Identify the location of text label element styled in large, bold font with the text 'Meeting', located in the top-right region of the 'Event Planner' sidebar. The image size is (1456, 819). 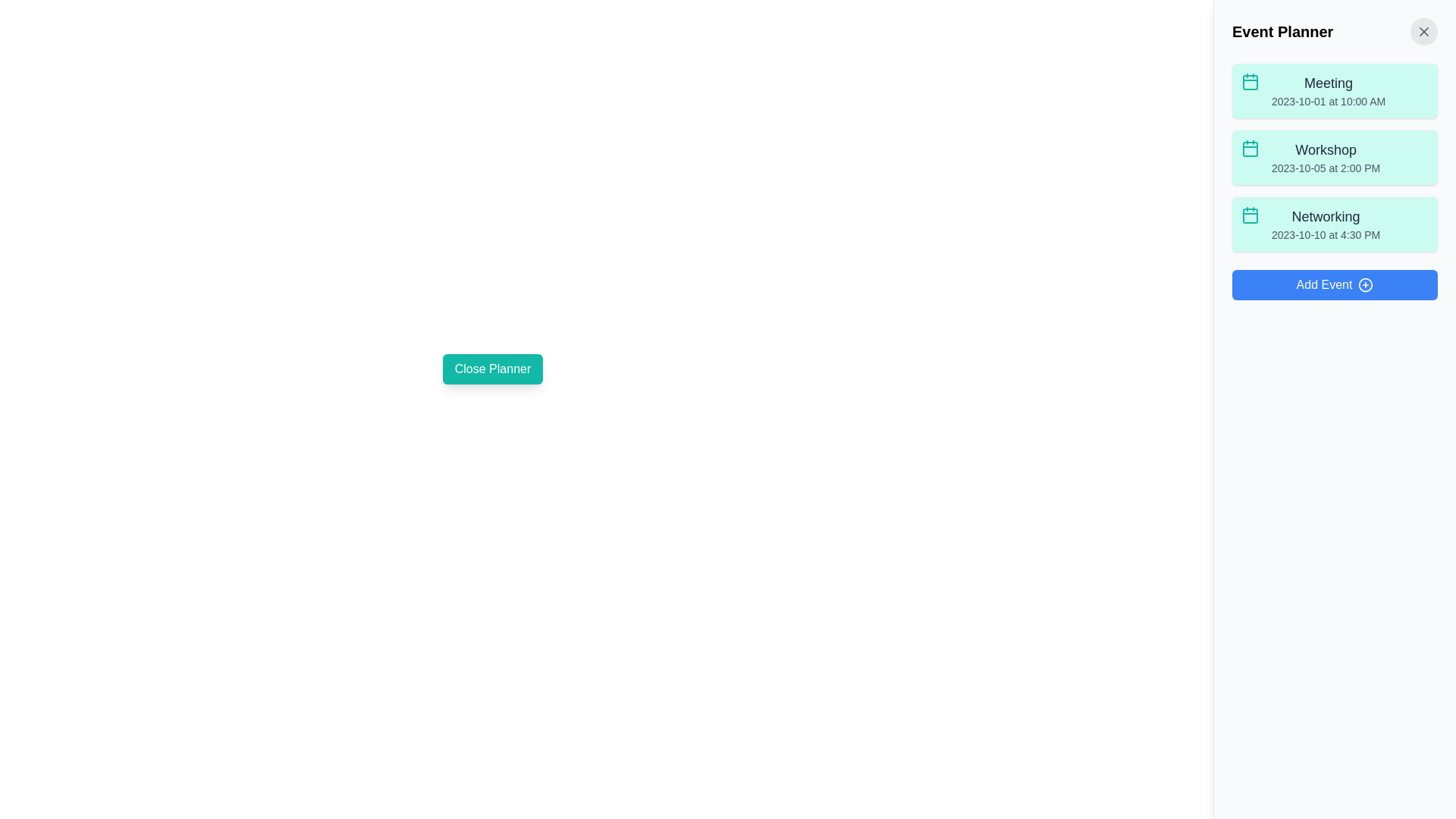
(1328, 83).